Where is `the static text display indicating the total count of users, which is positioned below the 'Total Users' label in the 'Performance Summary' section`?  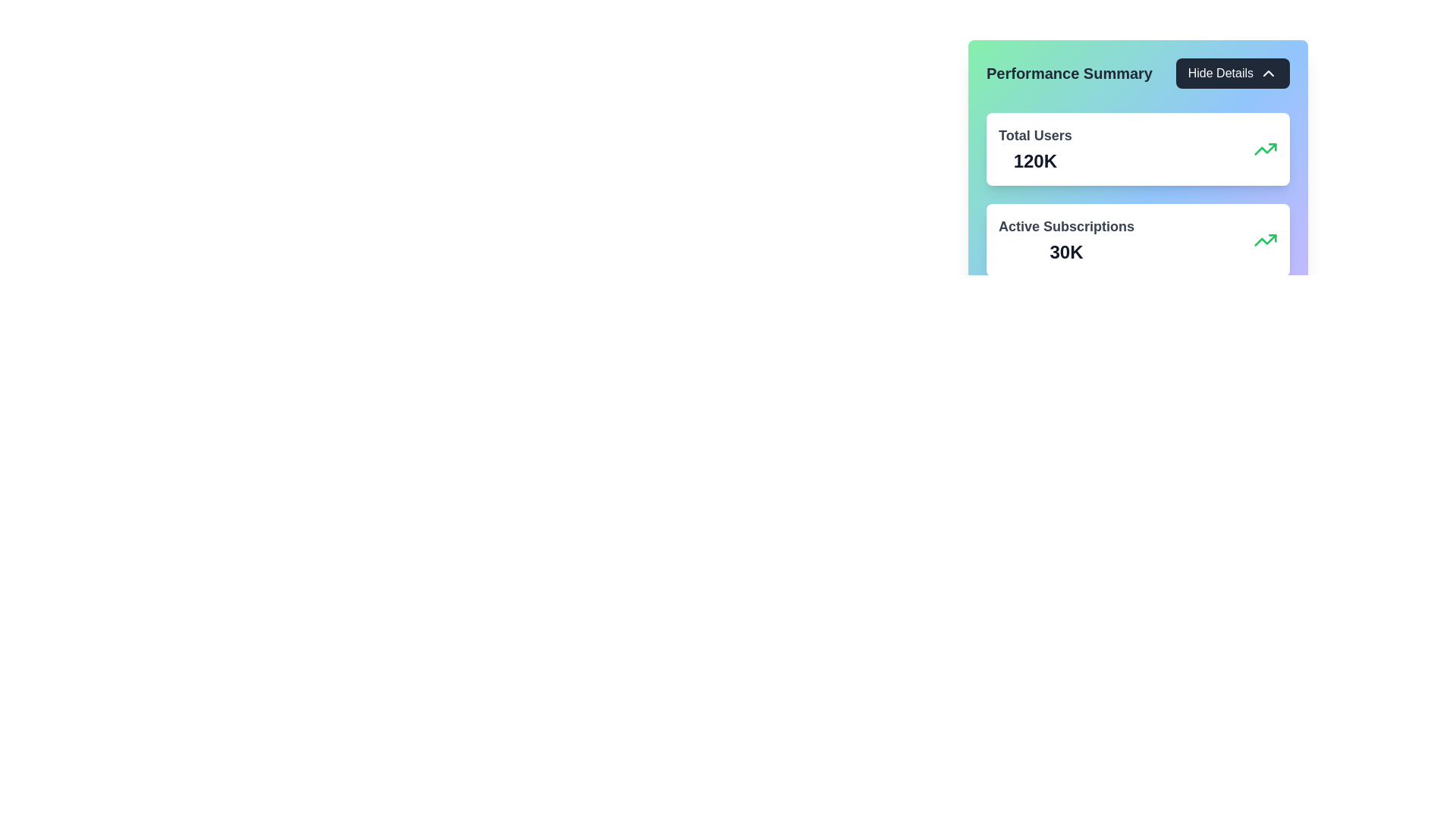
the static text display indicating the total count of users, which is positioned below the 'Total Users' label in the 'Performance Summary' section is located at coordinates (1034, 161).